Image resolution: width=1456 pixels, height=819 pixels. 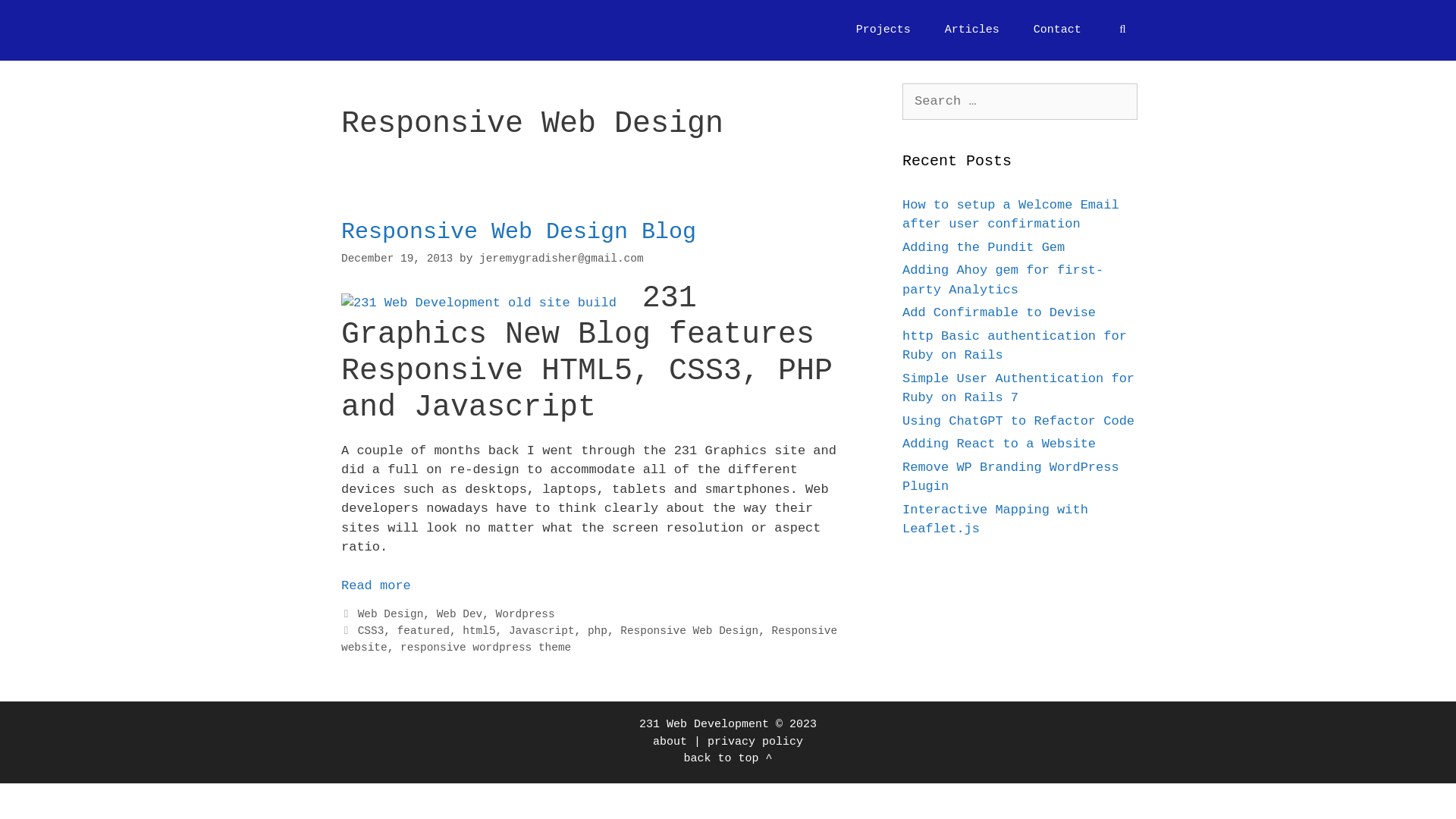 What do you see at coordinates (995, 518) in the screenshot?
I see `'Interactive Mapping with Leaflet.js'` at bounding box center [995, 518].